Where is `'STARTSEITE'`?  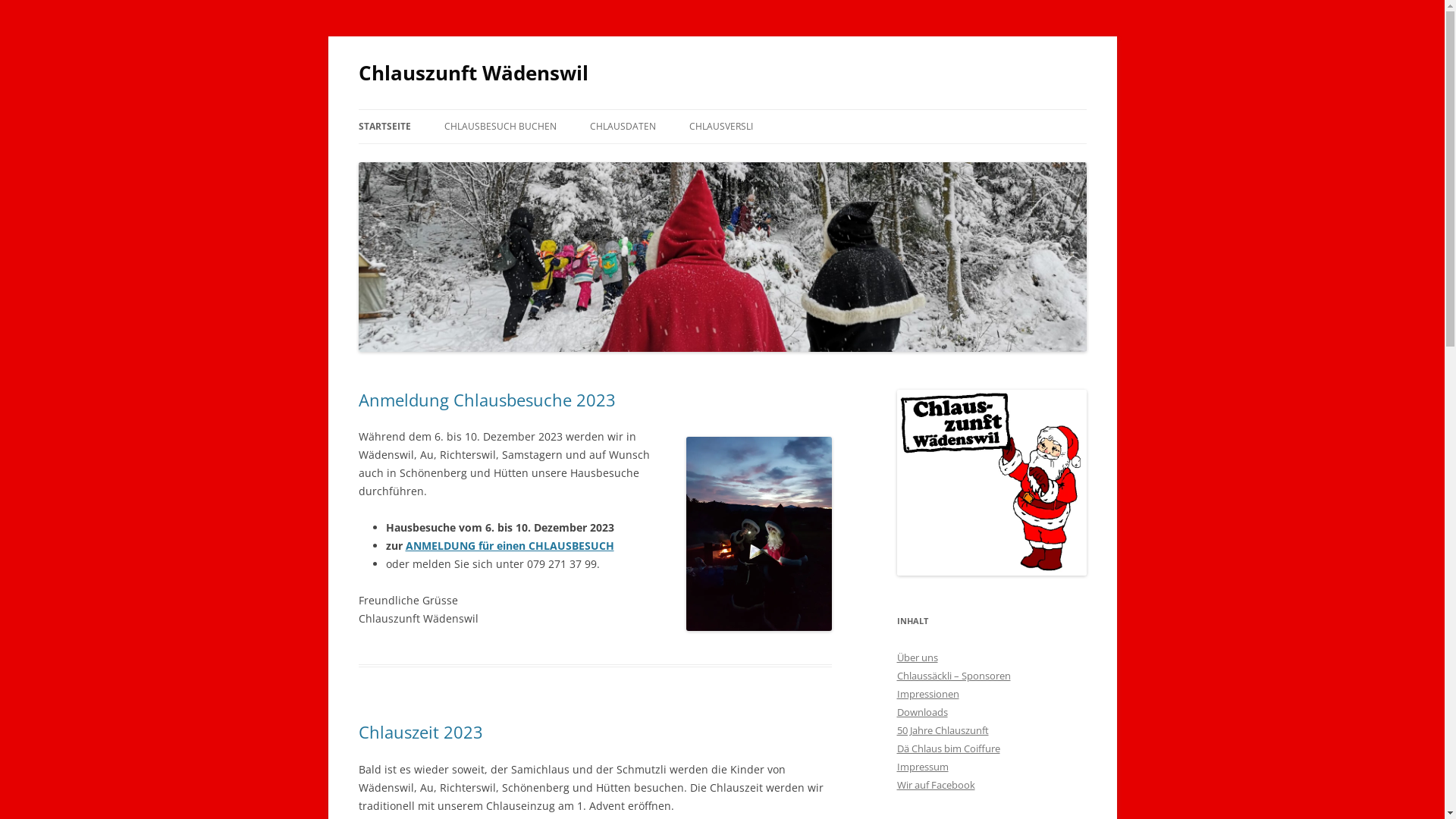 'STARTSEITE' is located at coordinates (384, 125).